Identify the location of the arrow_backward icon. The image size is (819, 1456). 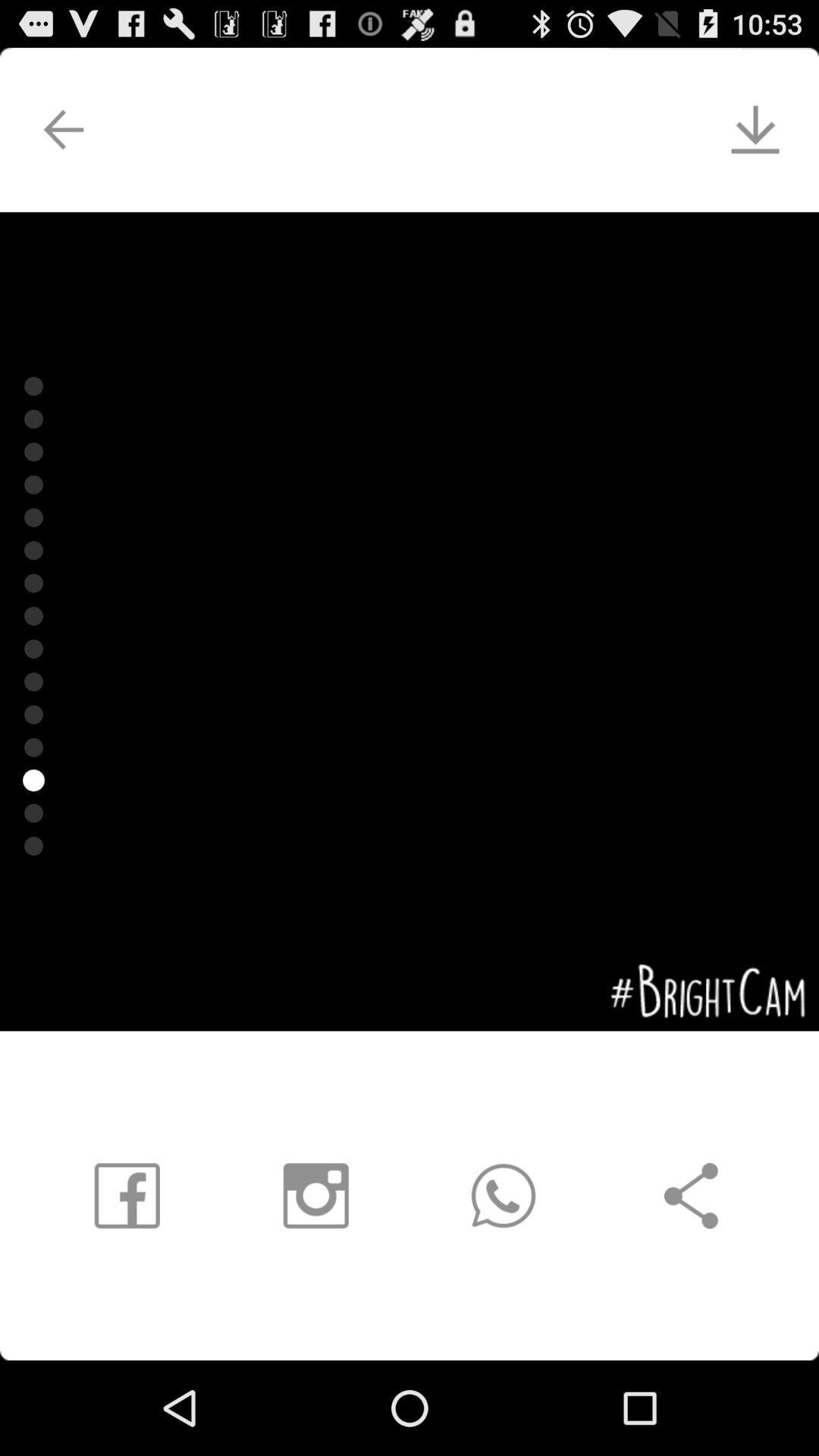
(46, 138).